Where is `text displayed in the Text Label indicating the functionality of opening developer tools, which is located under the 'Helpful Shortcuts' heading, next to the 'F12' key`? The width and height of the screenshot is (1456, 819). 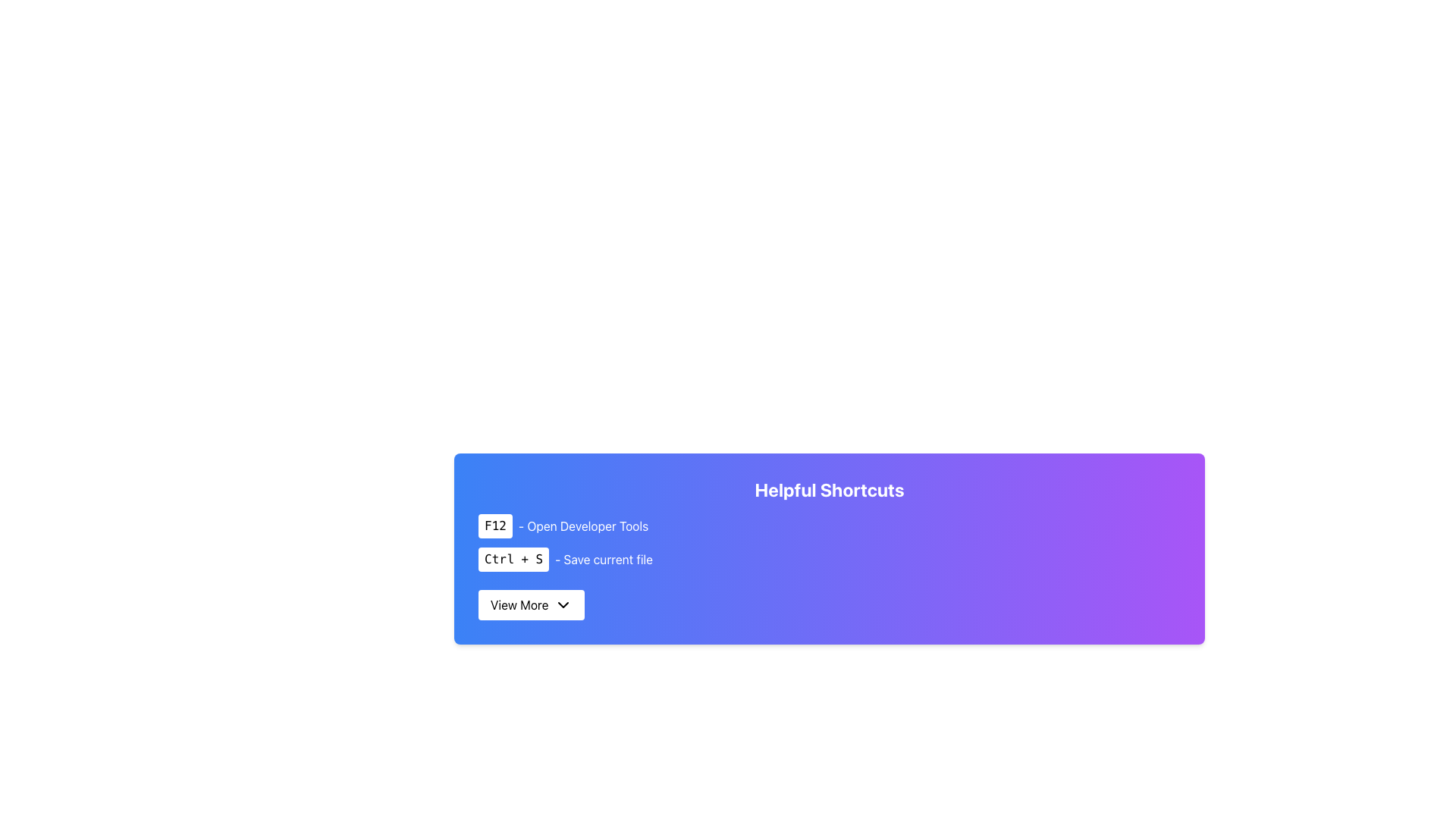 text displayed in the Text Label indicating the functionality of opening developer tools, which is located under the 'Helpful Shortcuts' heading, next to the 'F12' key is located at coordinates (582, 526).